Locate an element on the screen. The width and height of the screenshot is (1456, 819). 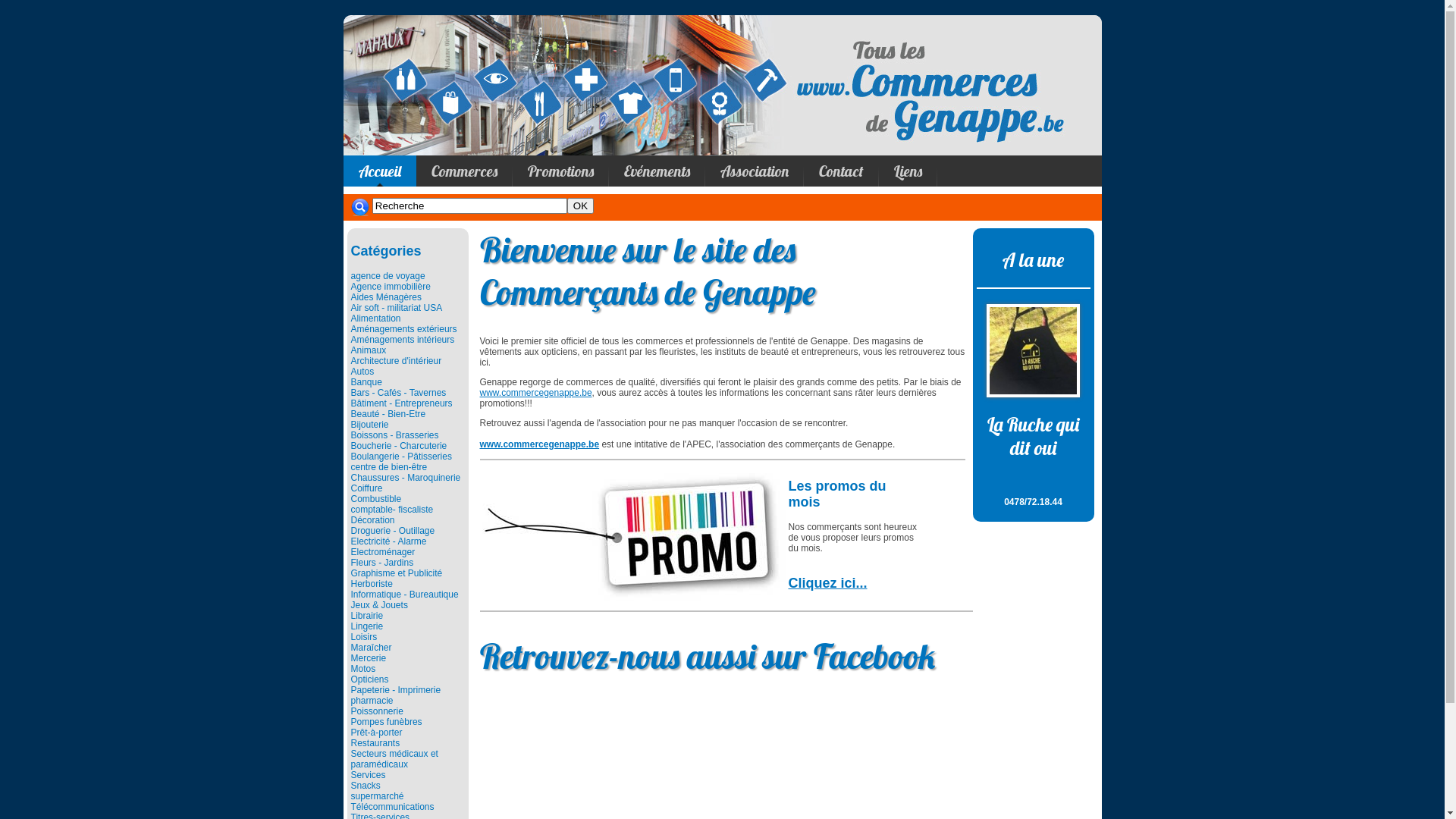
'Boucherie - Charcuterie' is located at coordinates (398, 444).